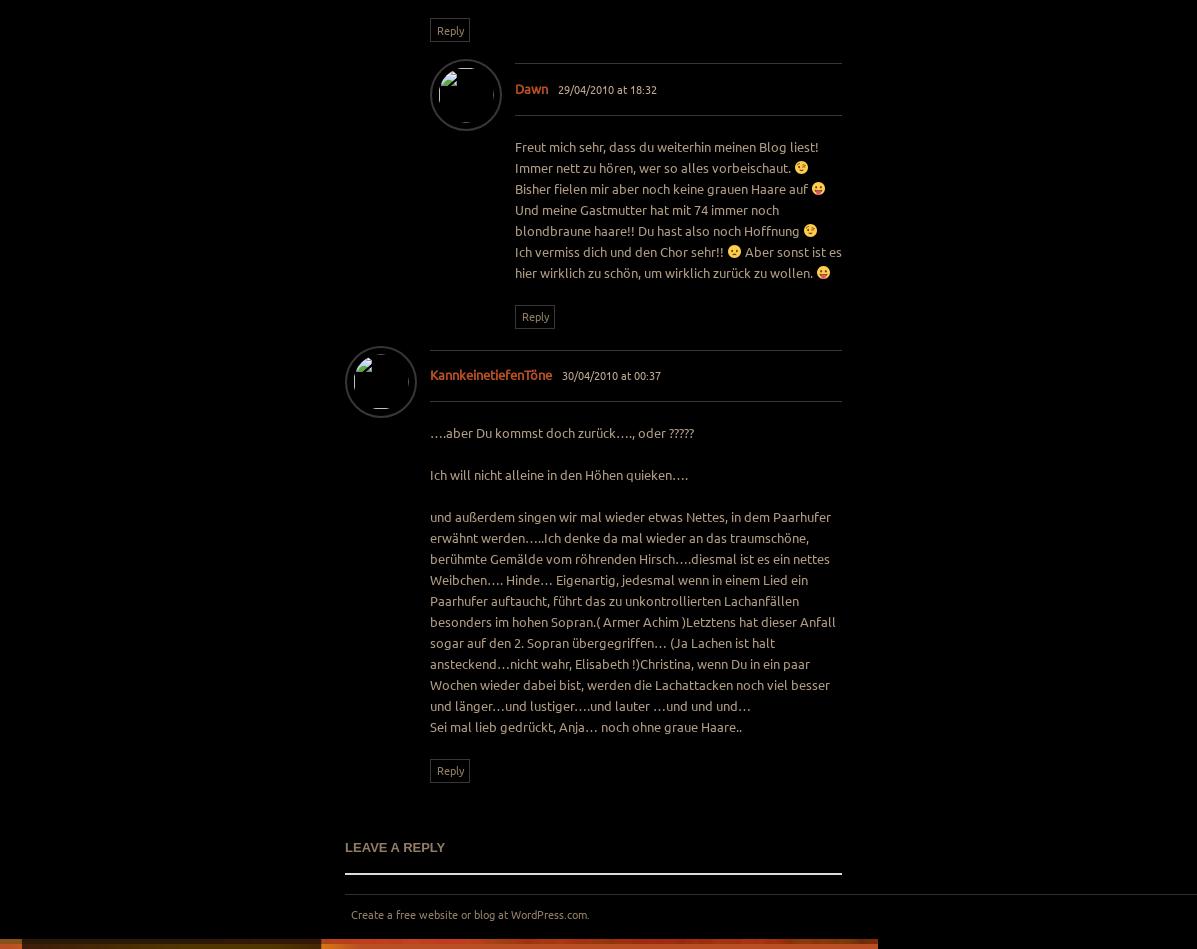 The width and height of the screenshot is (1197, 949). Describe the element at coordinates (468, 912) in the screenshot. I see `'Create a free website or blog at WordPress.com.'` at that location.